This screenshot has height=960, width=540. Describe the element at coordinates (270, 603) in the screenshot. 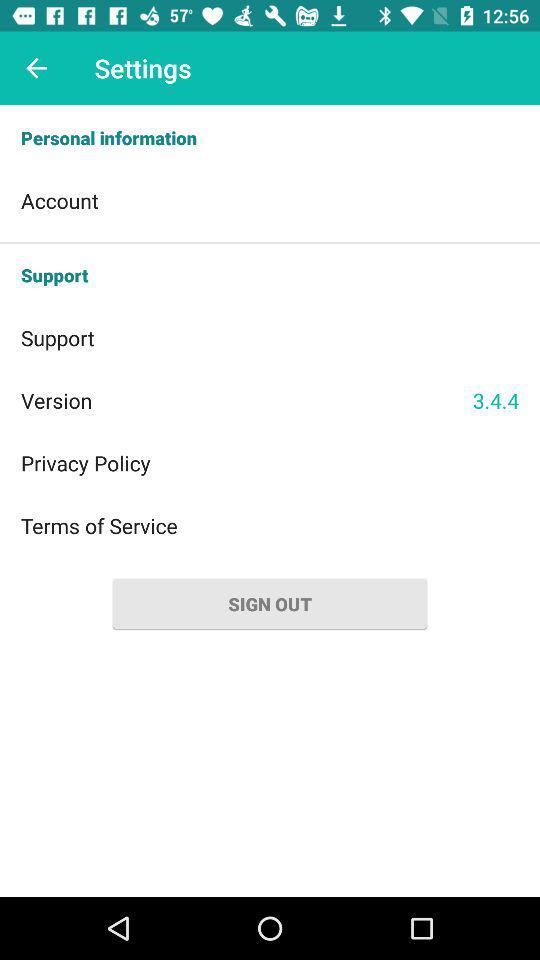

I see `sign out button on page` at that location.